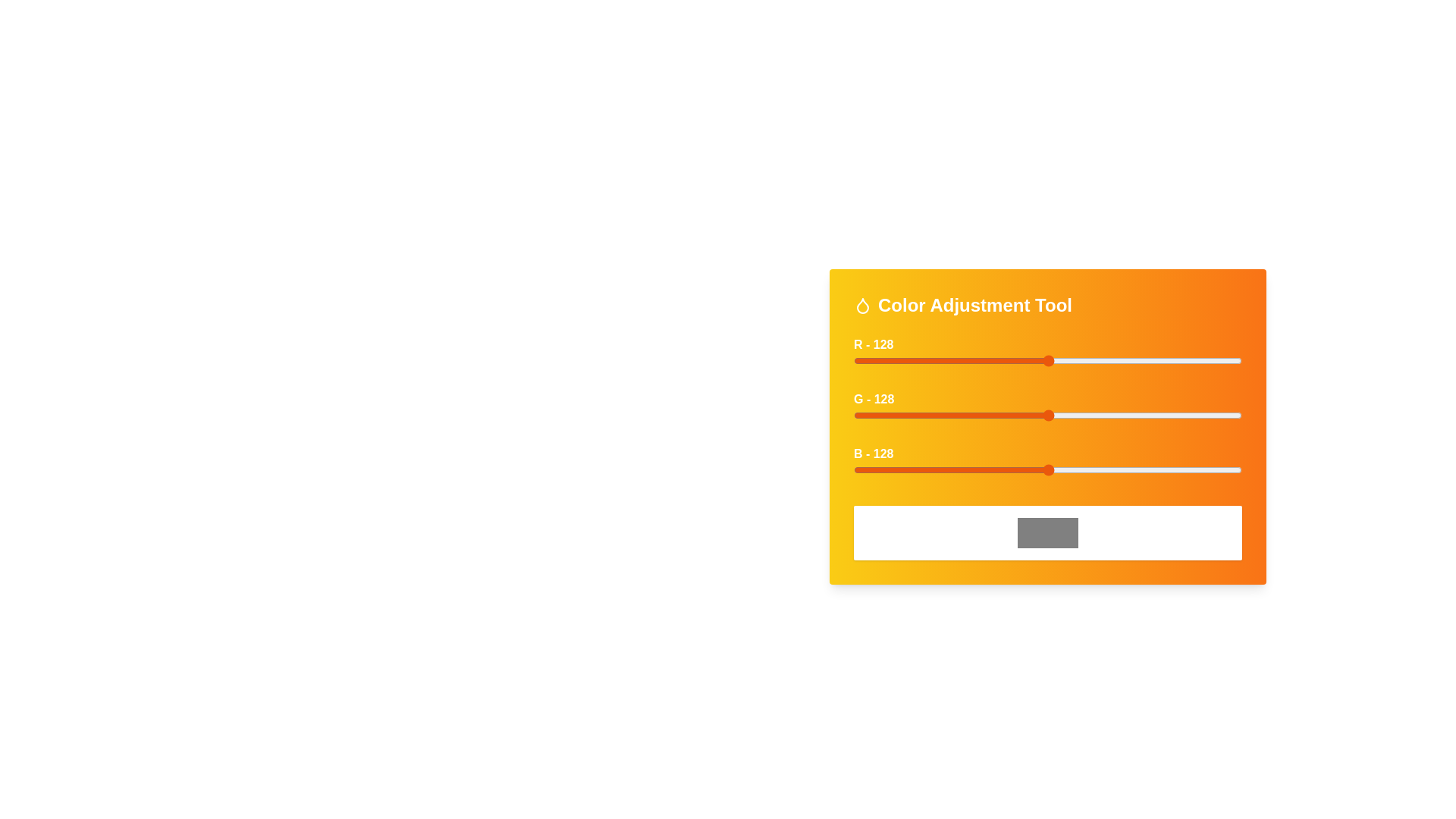 The height and width of the screenshot is (819, 1456). I want to click on the green slider to set the green intensity to 221, so click(1189, 415).